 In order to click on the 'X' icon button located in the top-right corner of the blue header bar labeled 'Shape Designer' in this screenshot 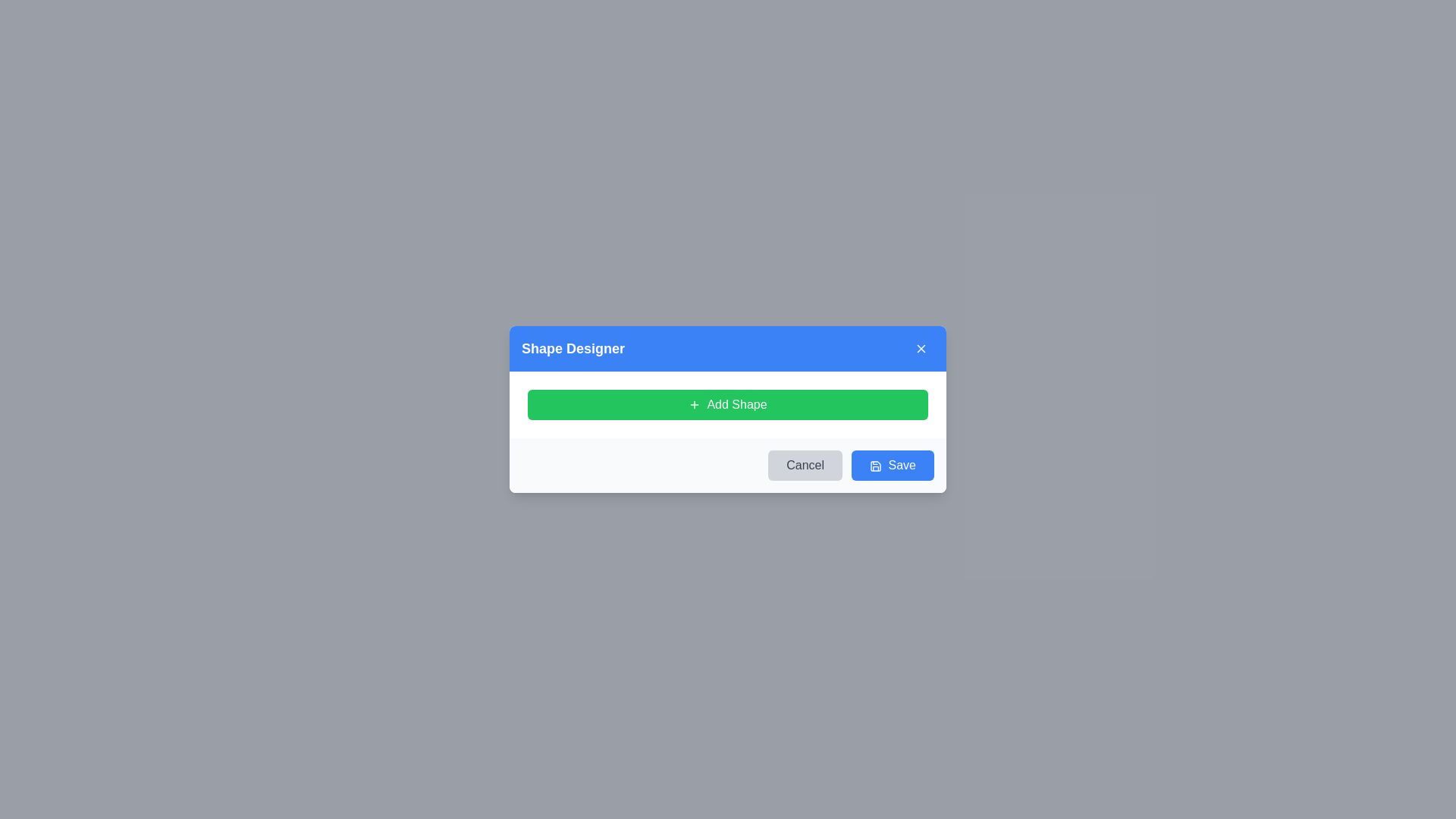, I will do `click(920, 348)`.